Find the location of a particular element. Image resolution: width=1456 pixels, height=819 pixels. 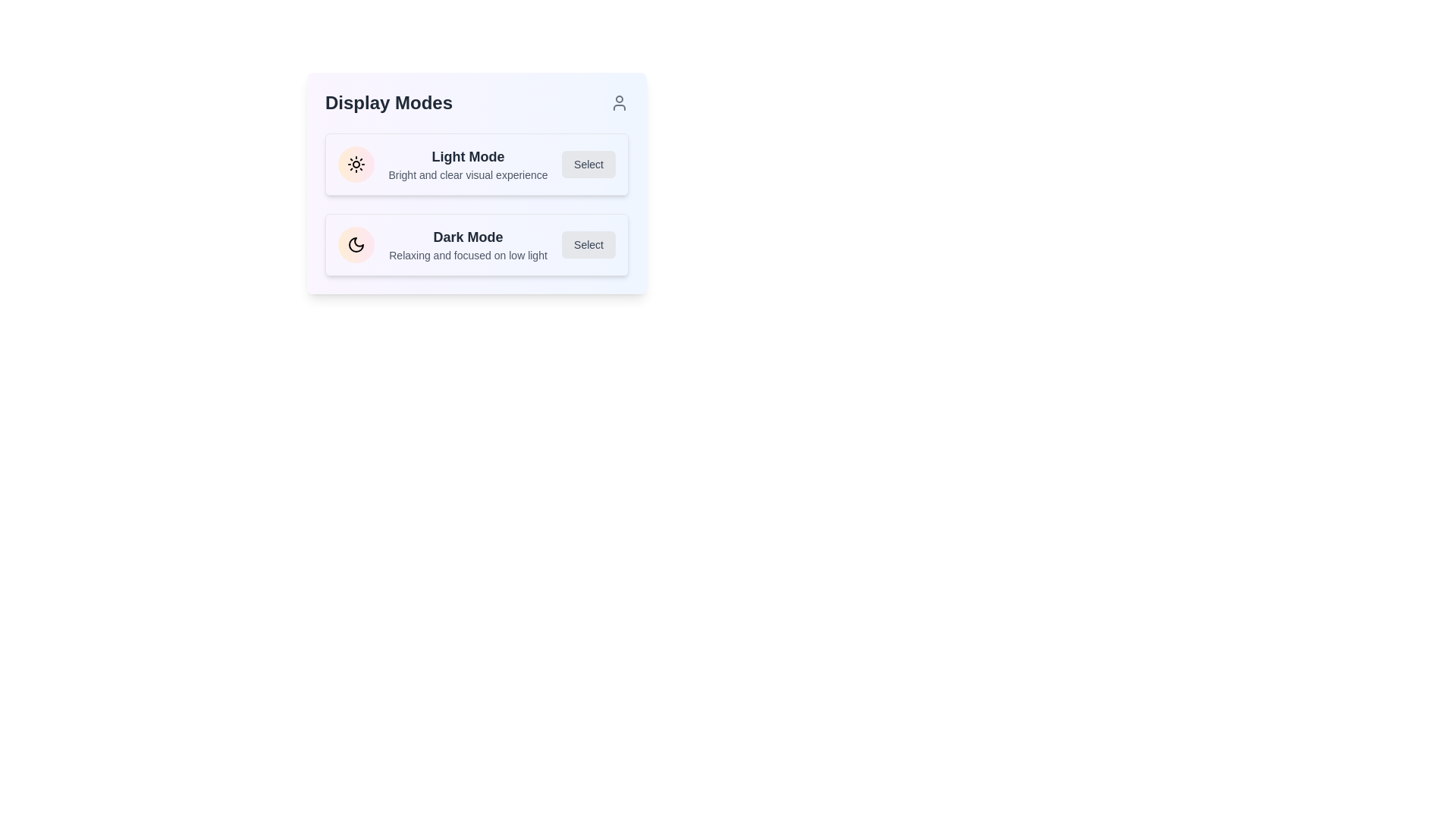

the profile access icon located in the top-right corner of the 'Display Modes' section for user-related actions or navigation is located at coordinates (619, 102).